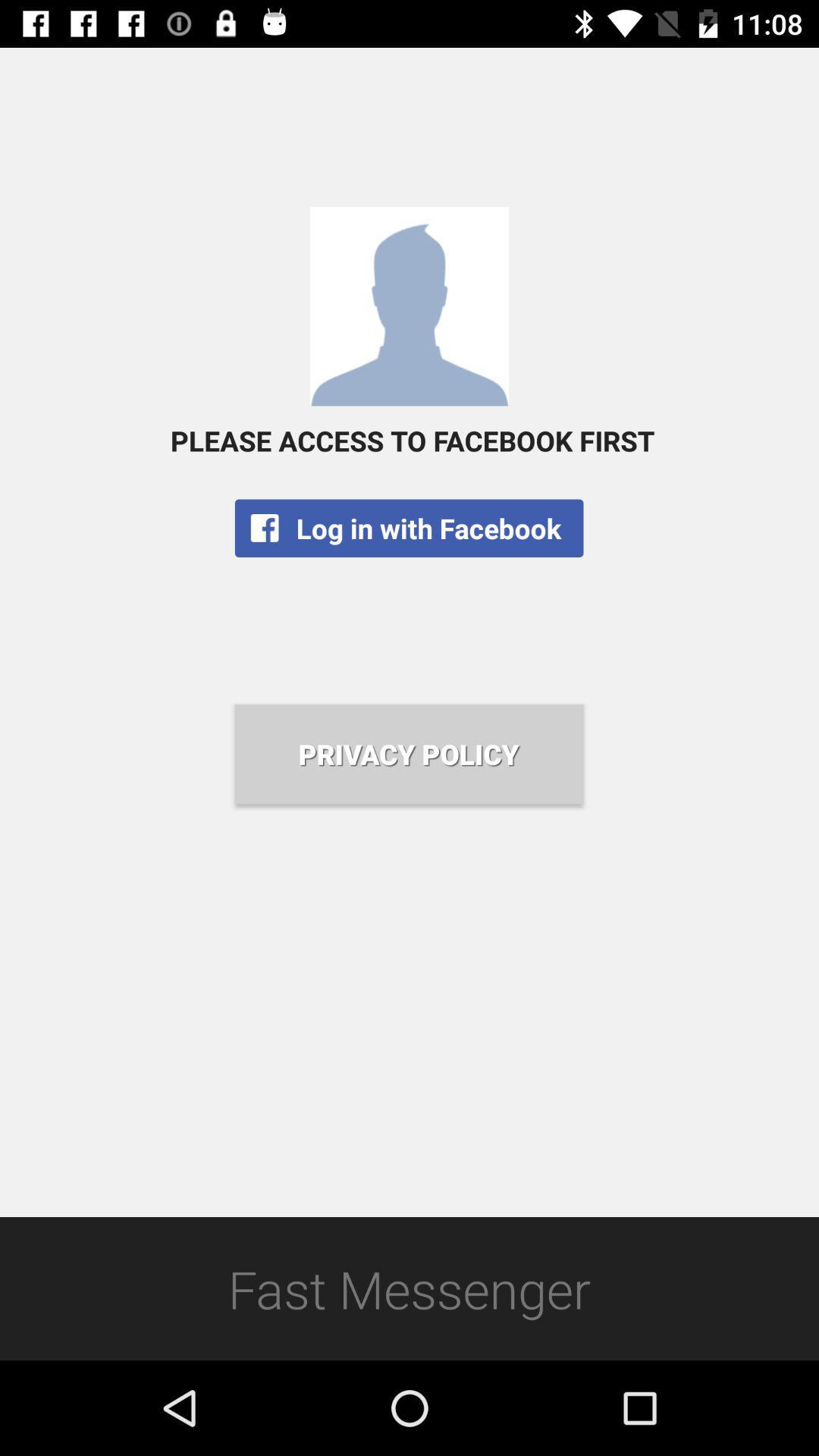  Describe the element at coordinates (408, 528) in the screenshot. I see `item above privacy policy button` at that location.